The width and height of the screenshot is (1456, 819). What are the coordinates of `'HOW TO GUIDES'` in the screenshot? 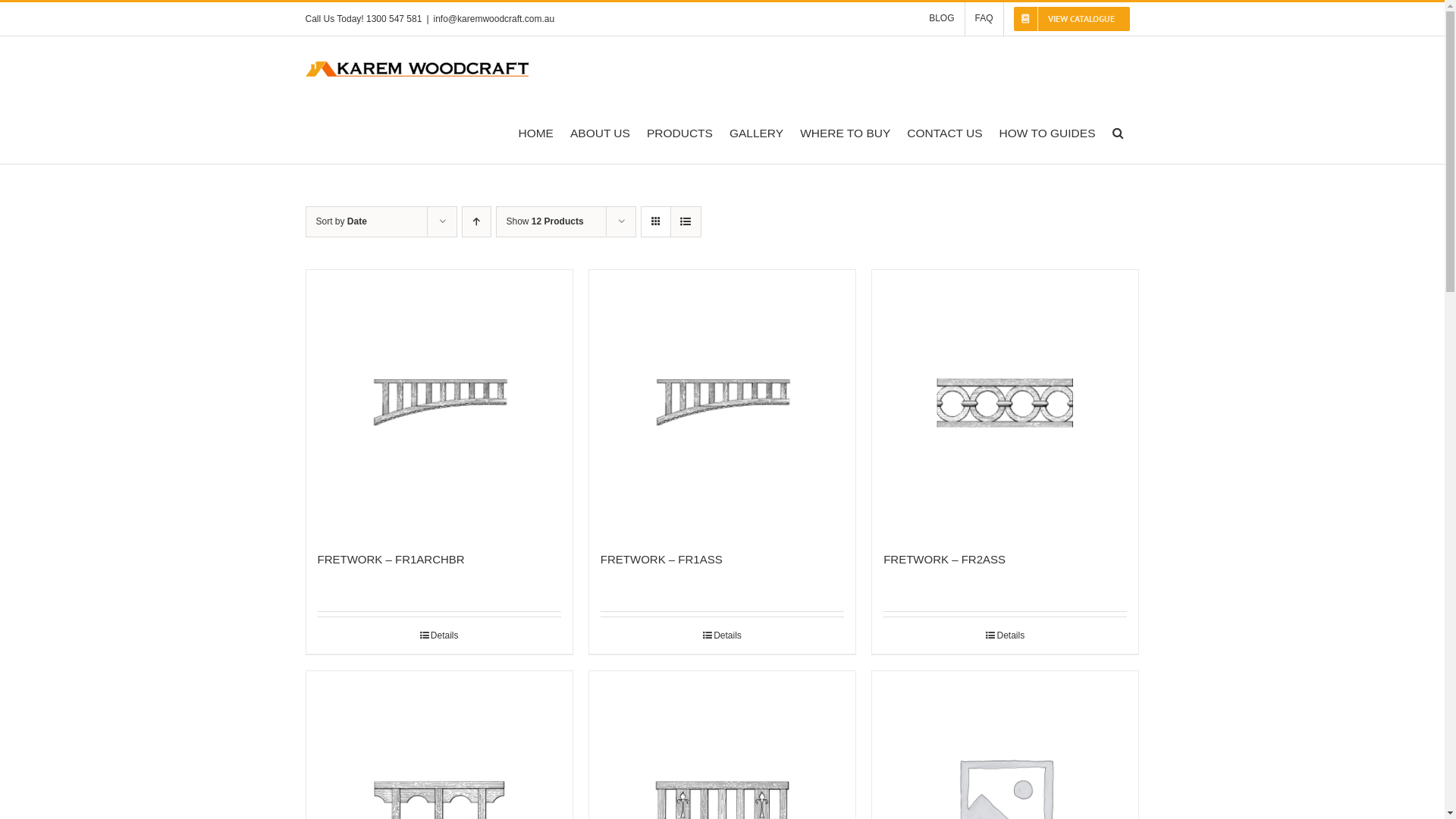 It's located at (1046, 130).